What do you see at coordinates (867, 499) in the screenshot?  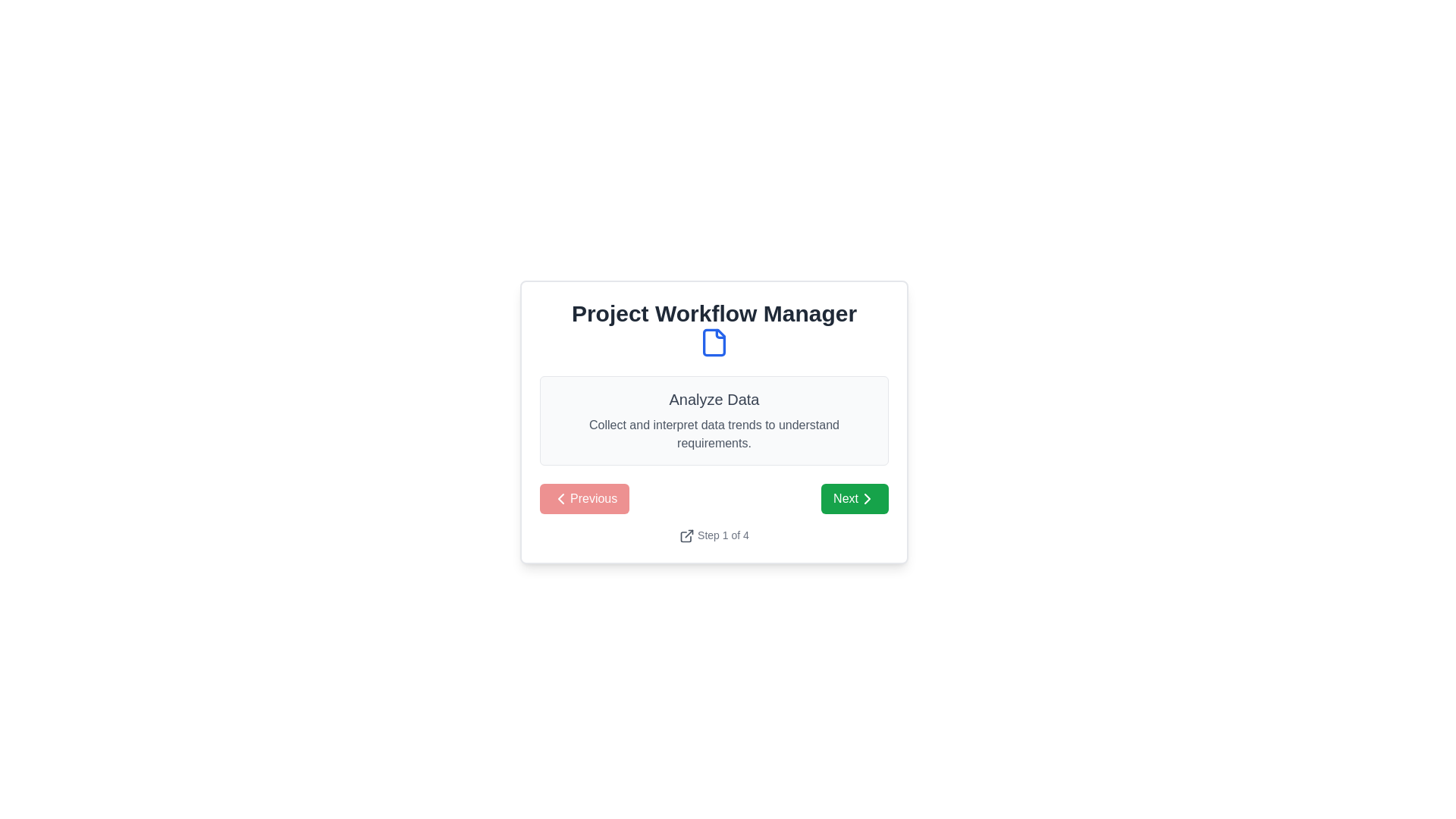 I see `the right-pointing arrow icon located inside the green 'Next' button, positioned near the bottom right corner of the interface` at bounding box center [867, 499].